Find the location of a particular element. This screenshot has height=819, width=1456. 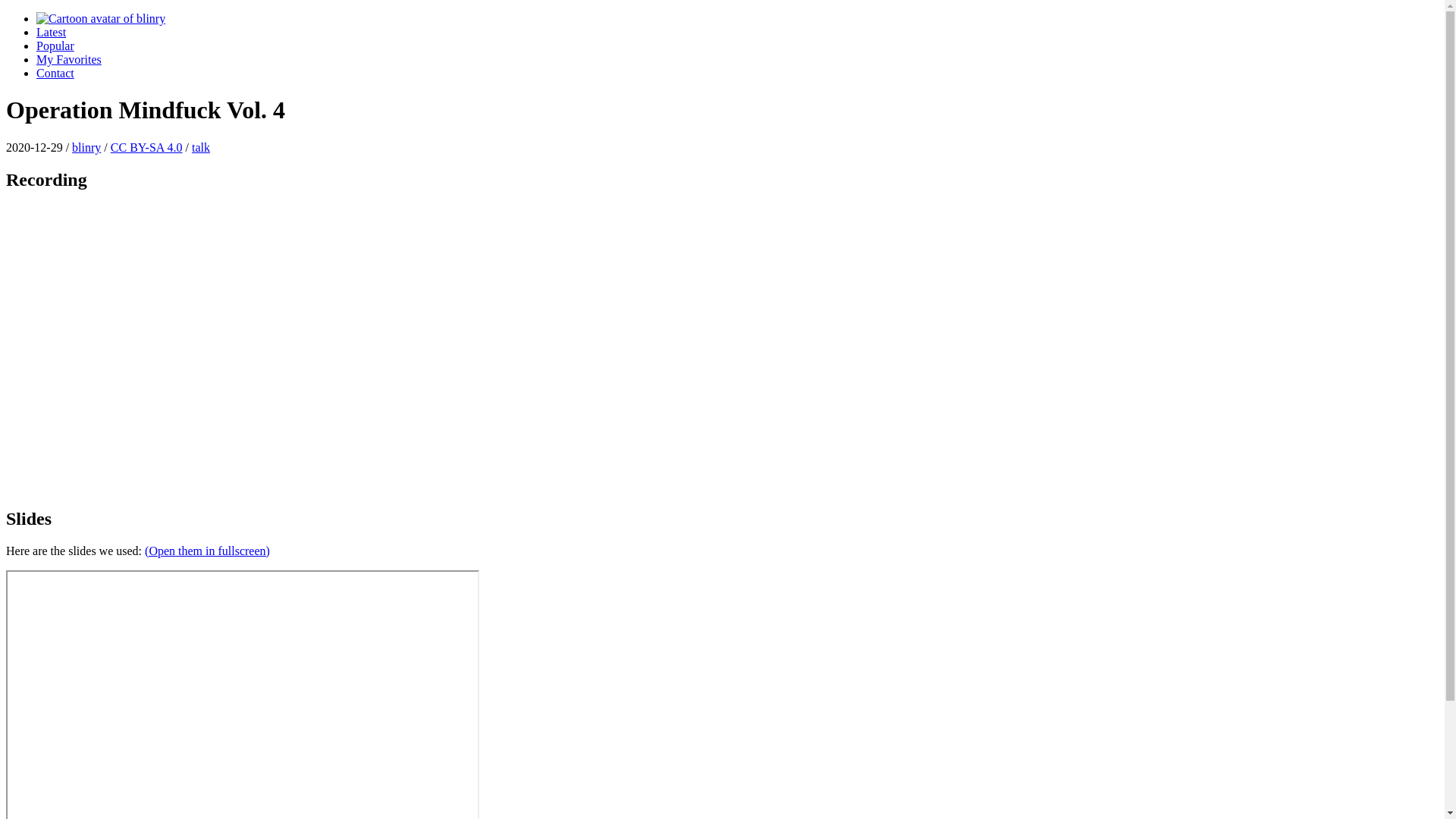

'Popular' is located at coordinates (55, 45).